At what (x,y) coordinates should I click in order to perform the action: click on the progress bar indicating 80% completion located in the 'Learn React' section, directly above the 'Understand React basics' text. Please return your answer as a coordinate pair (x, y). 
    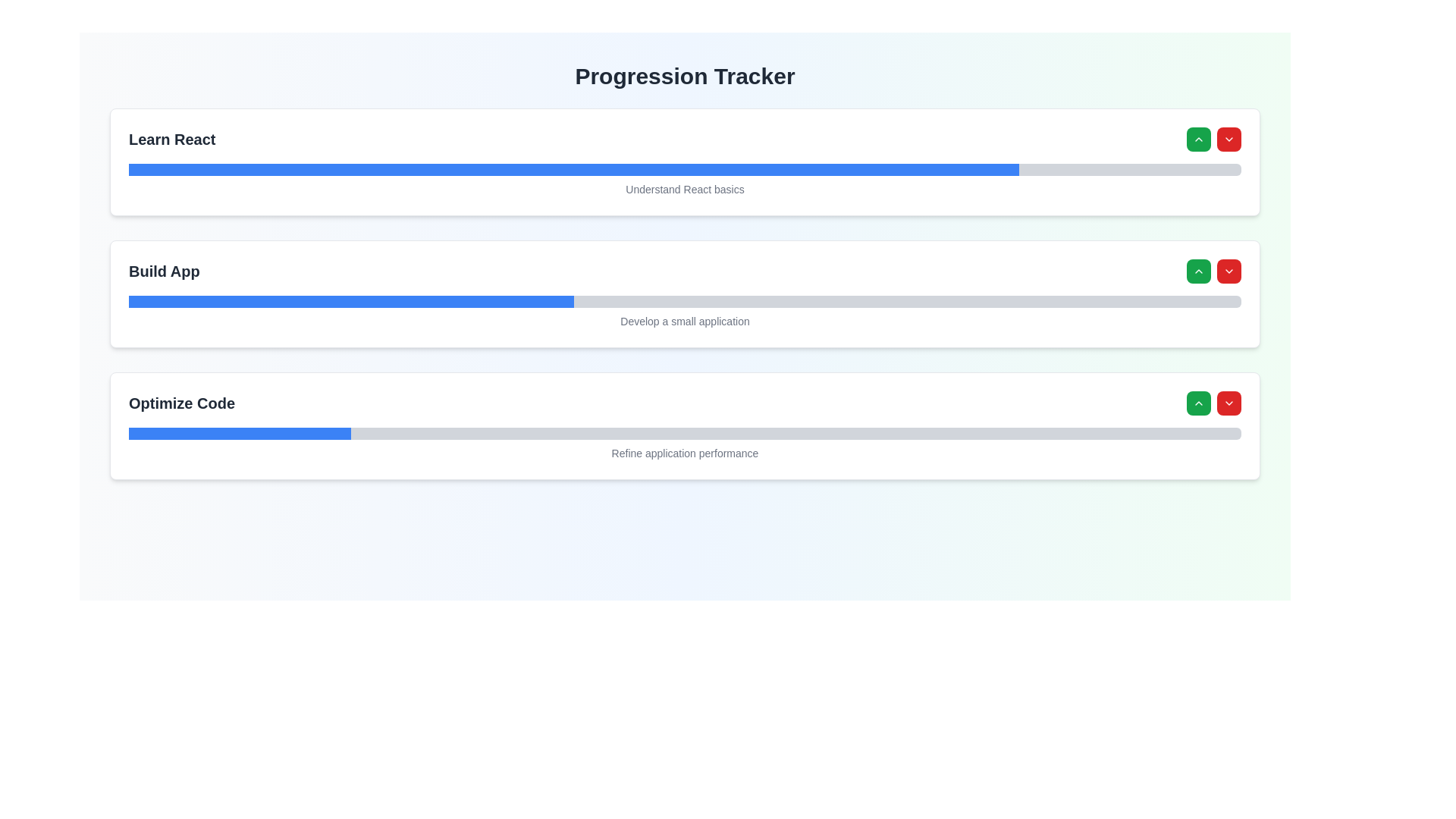
    Looking at the image, I should click on (684, 169).